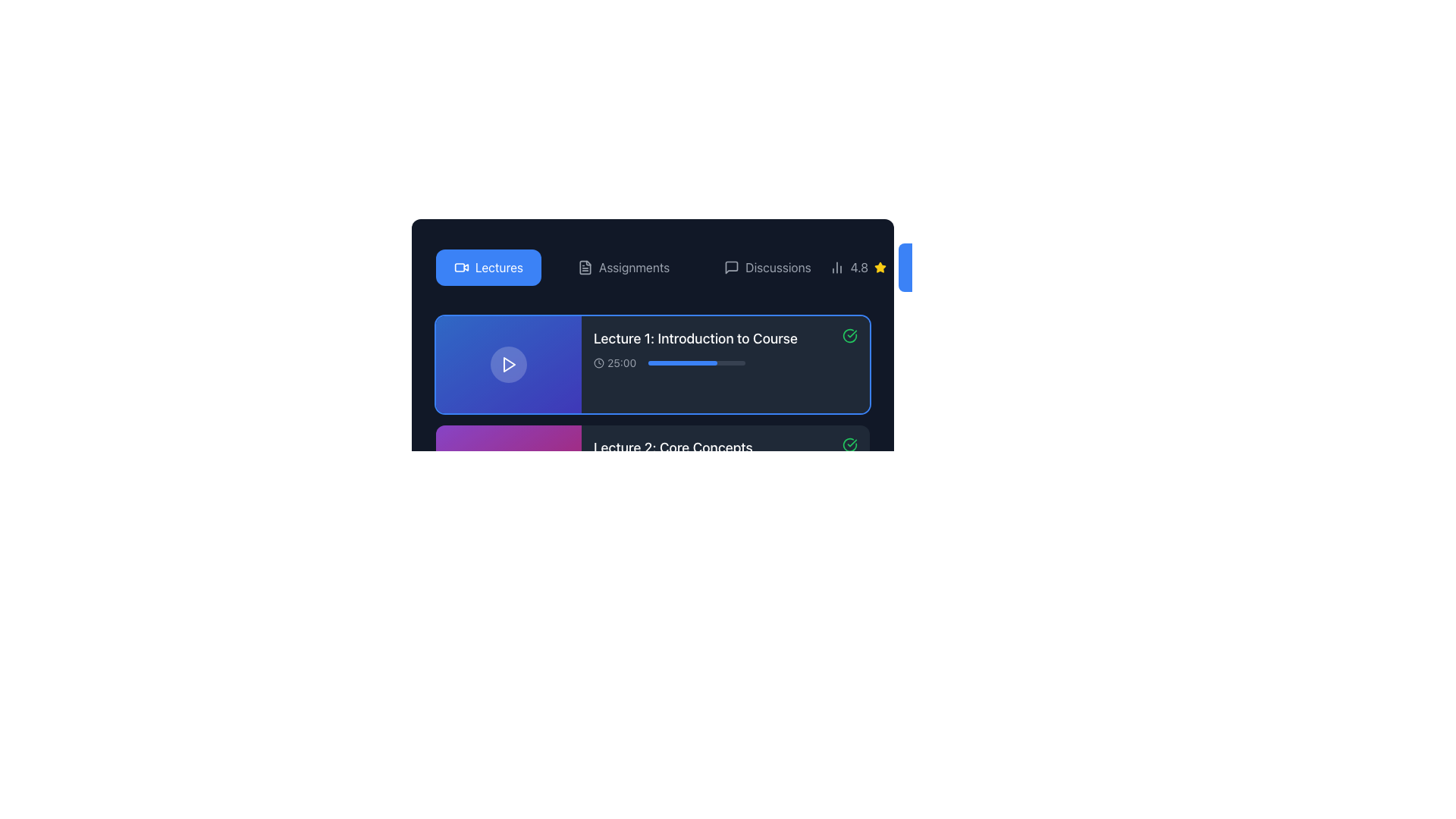 The width and height of the screenshot is (1456, 819). I want to click on the slider, so click(733, 362).